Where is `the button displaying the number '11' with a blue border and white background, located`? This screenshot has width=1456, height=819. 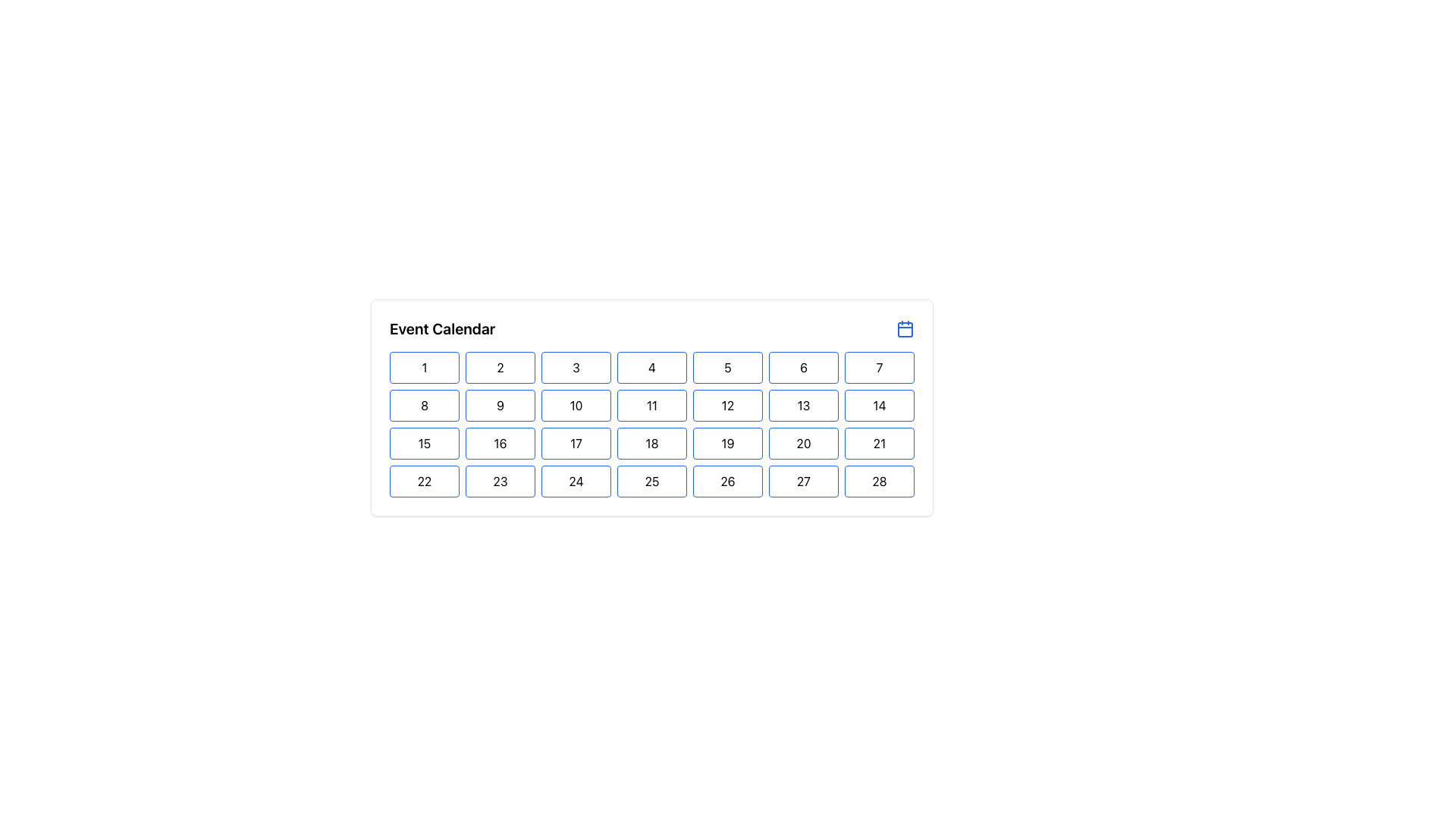 the button displaying the number '11' with a blue border and white background, located is located at coordinates (651, 405).